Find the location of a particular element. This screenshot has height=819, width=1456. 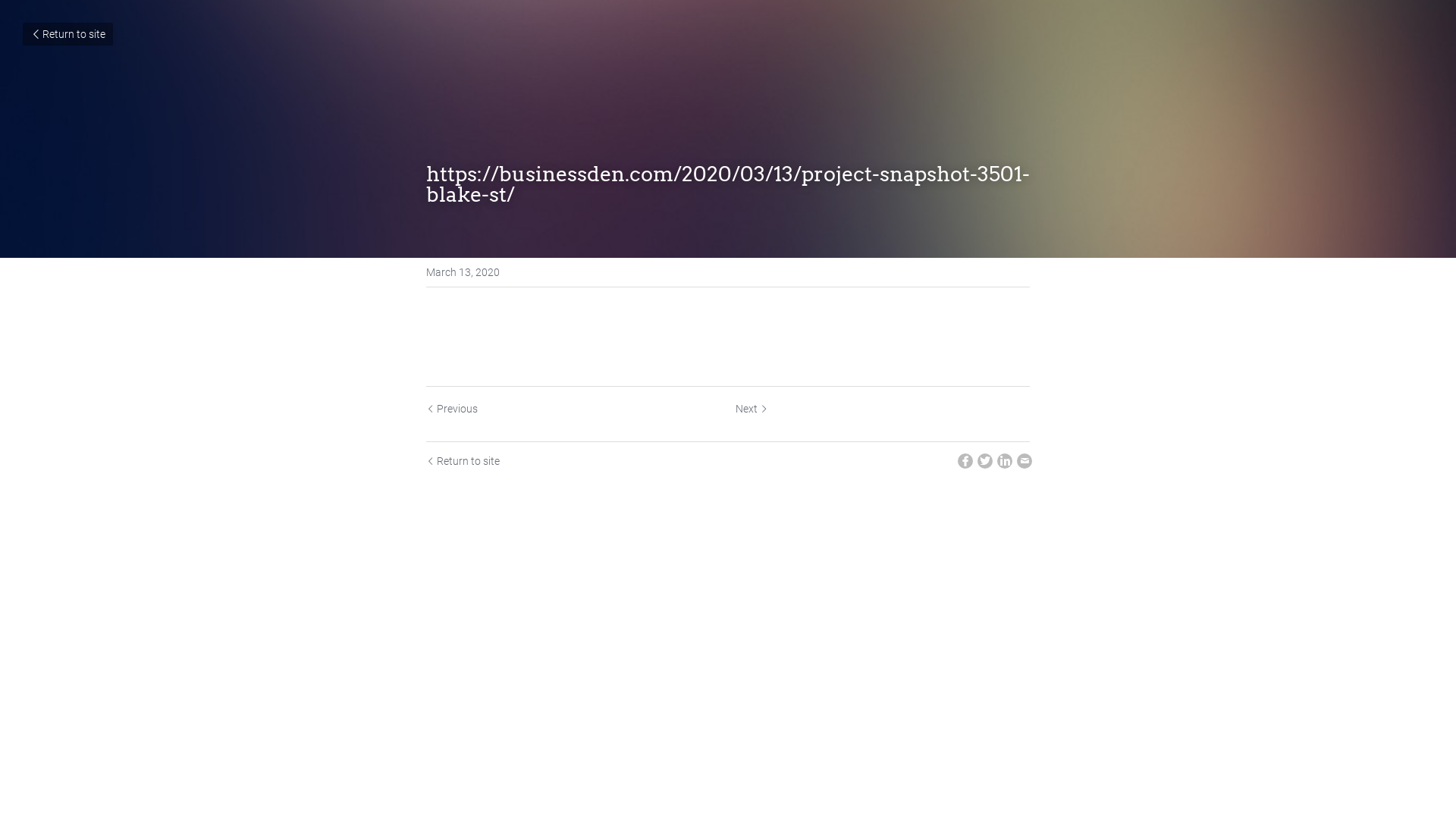

'Return to site' is located at coordinates (22, 34).